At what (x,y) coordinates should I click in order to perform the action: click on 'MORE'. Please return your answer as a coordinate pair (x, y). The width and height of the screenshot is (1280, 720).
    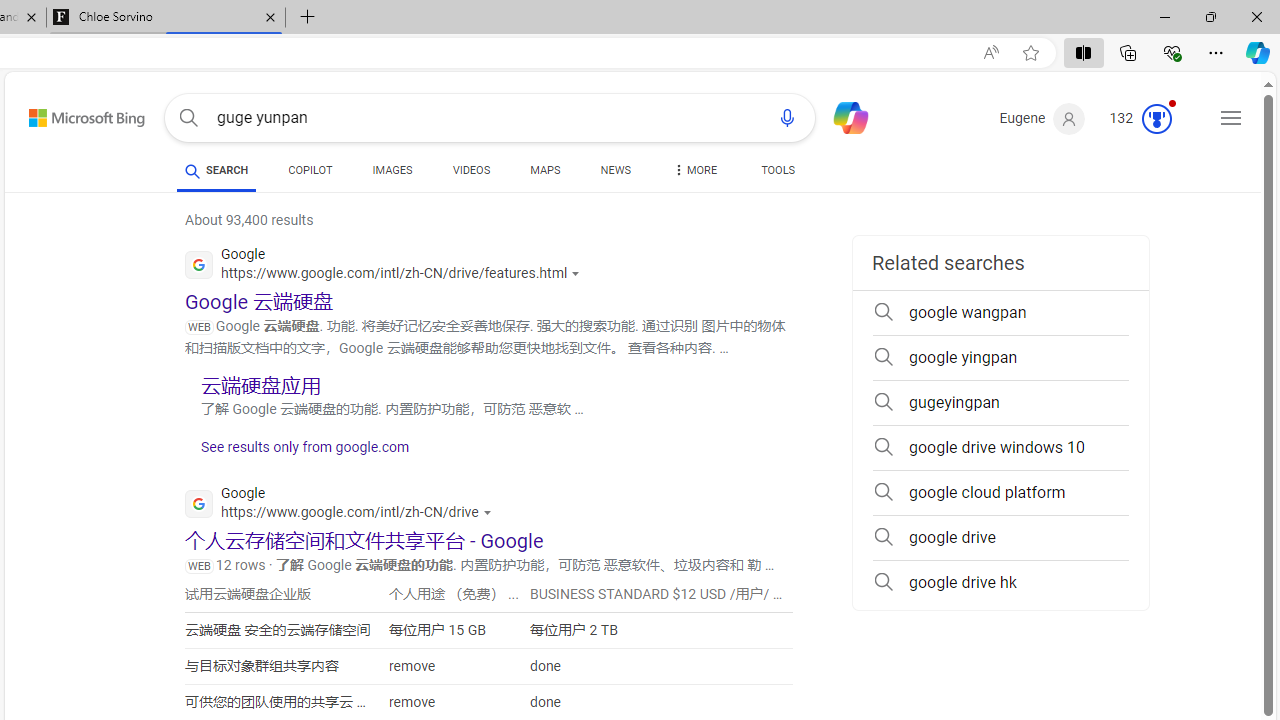
    Looking at the image, I should click on (693, 172).